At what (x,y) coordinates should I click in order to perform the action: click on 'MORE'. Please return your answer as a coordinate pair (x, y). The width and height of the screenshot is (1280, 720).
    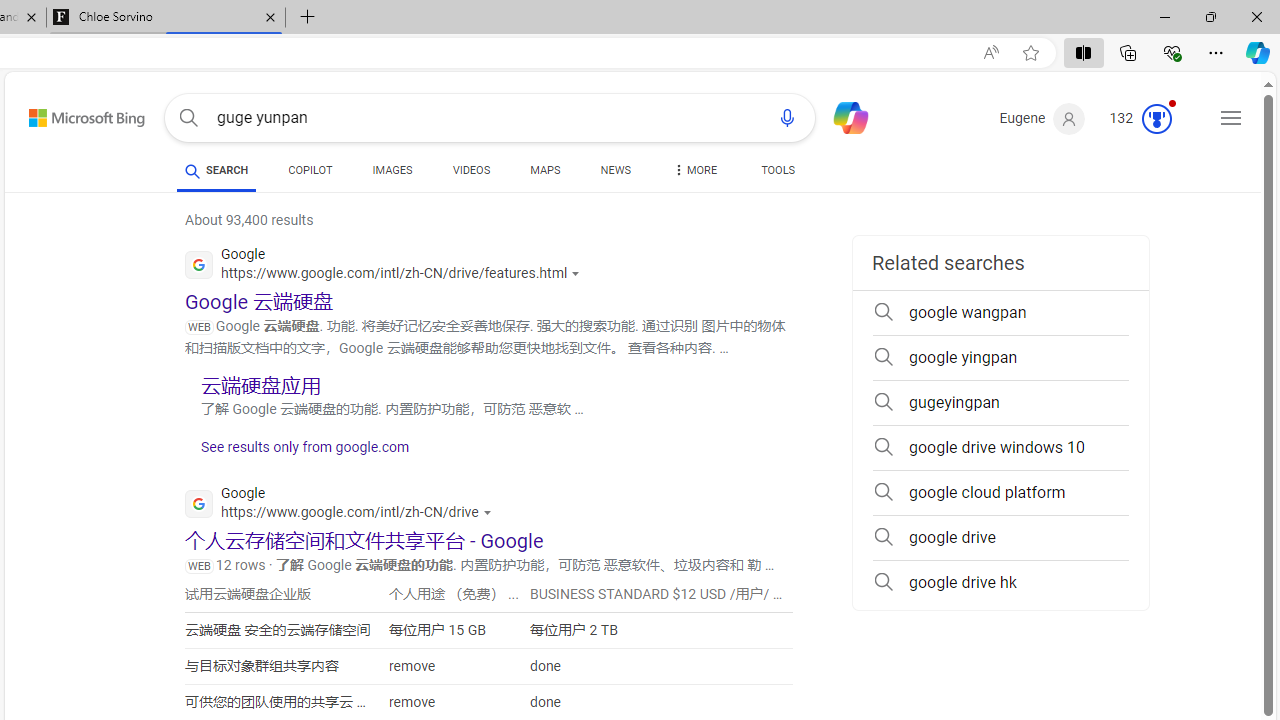
    Looking at the image, I should click on (693, 172).